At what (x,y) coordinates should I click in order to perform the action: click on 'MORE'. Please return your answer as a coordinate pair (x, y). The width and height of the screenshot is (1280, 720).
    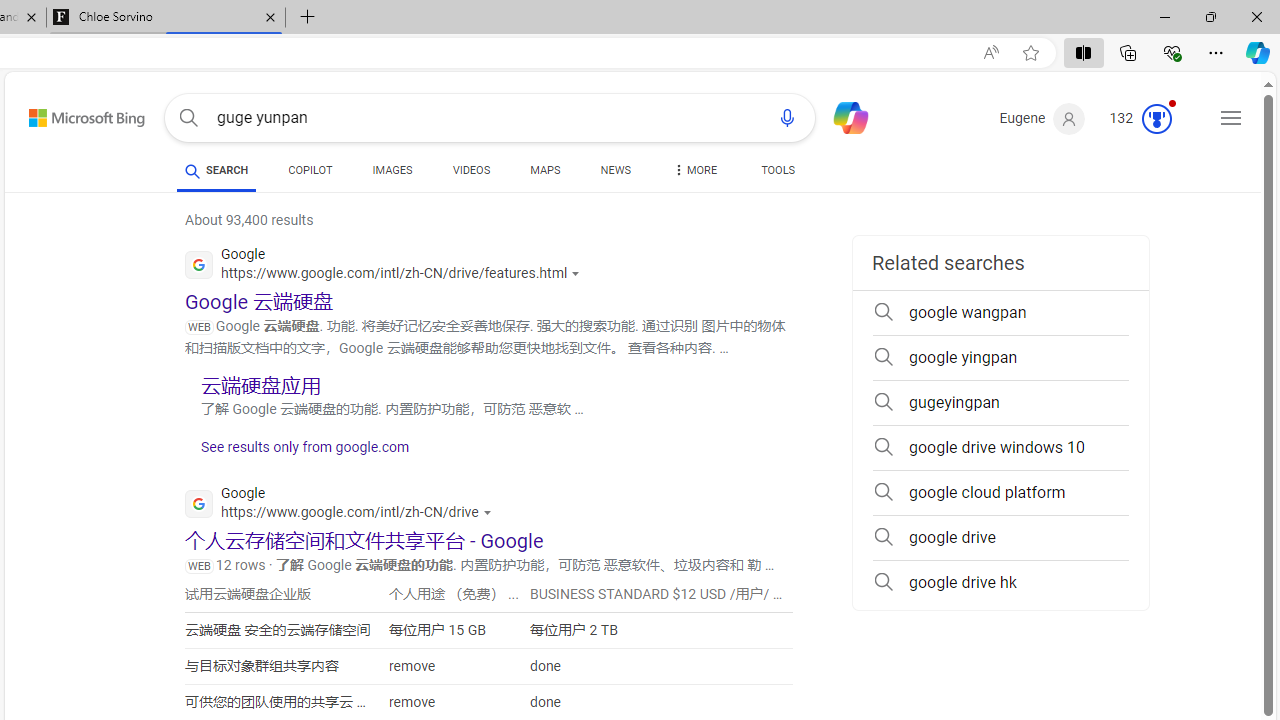
    Looking at the image, I should click on (693, 172).